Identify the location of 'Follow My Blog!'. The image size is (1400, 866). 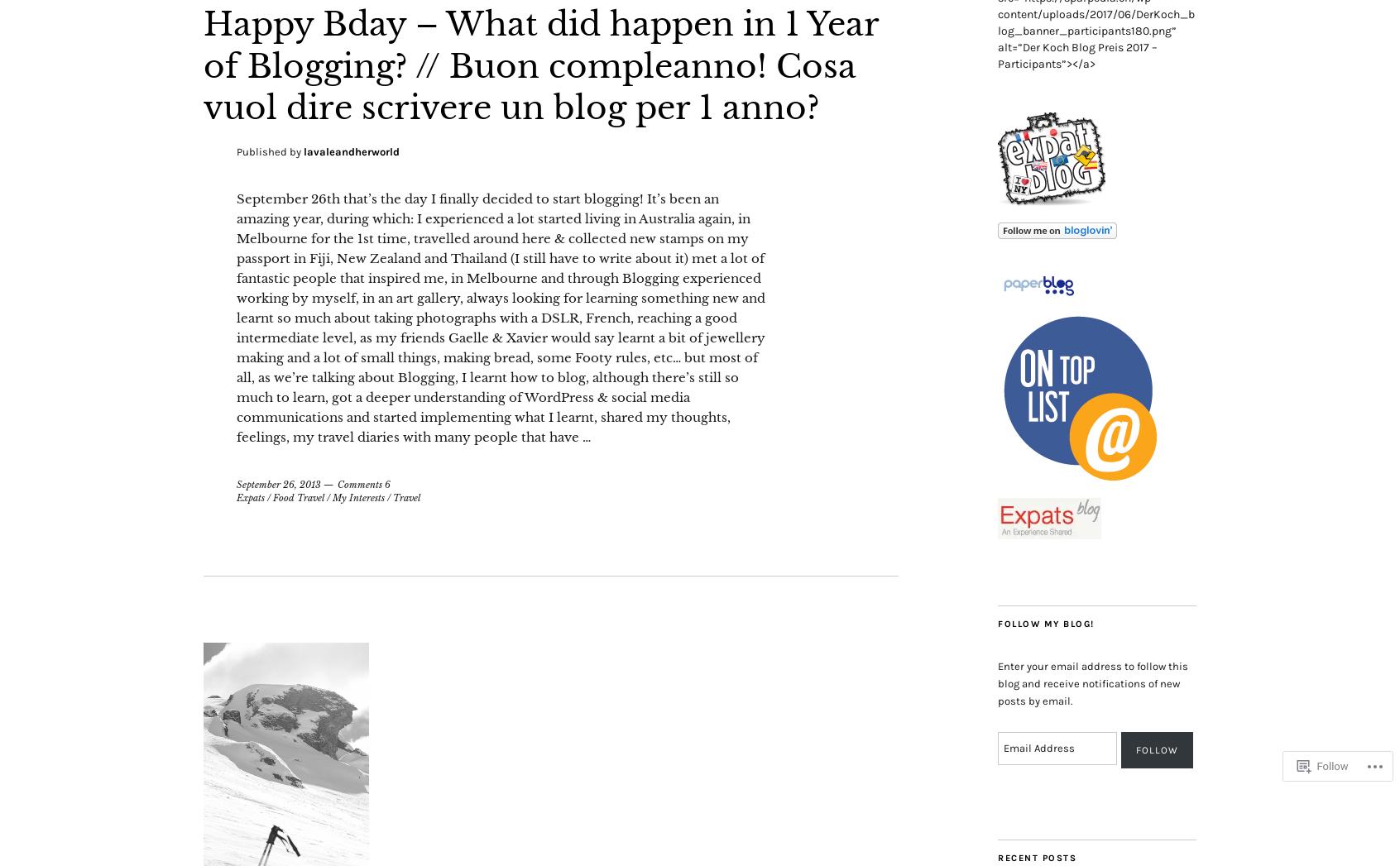
(1045, 624).